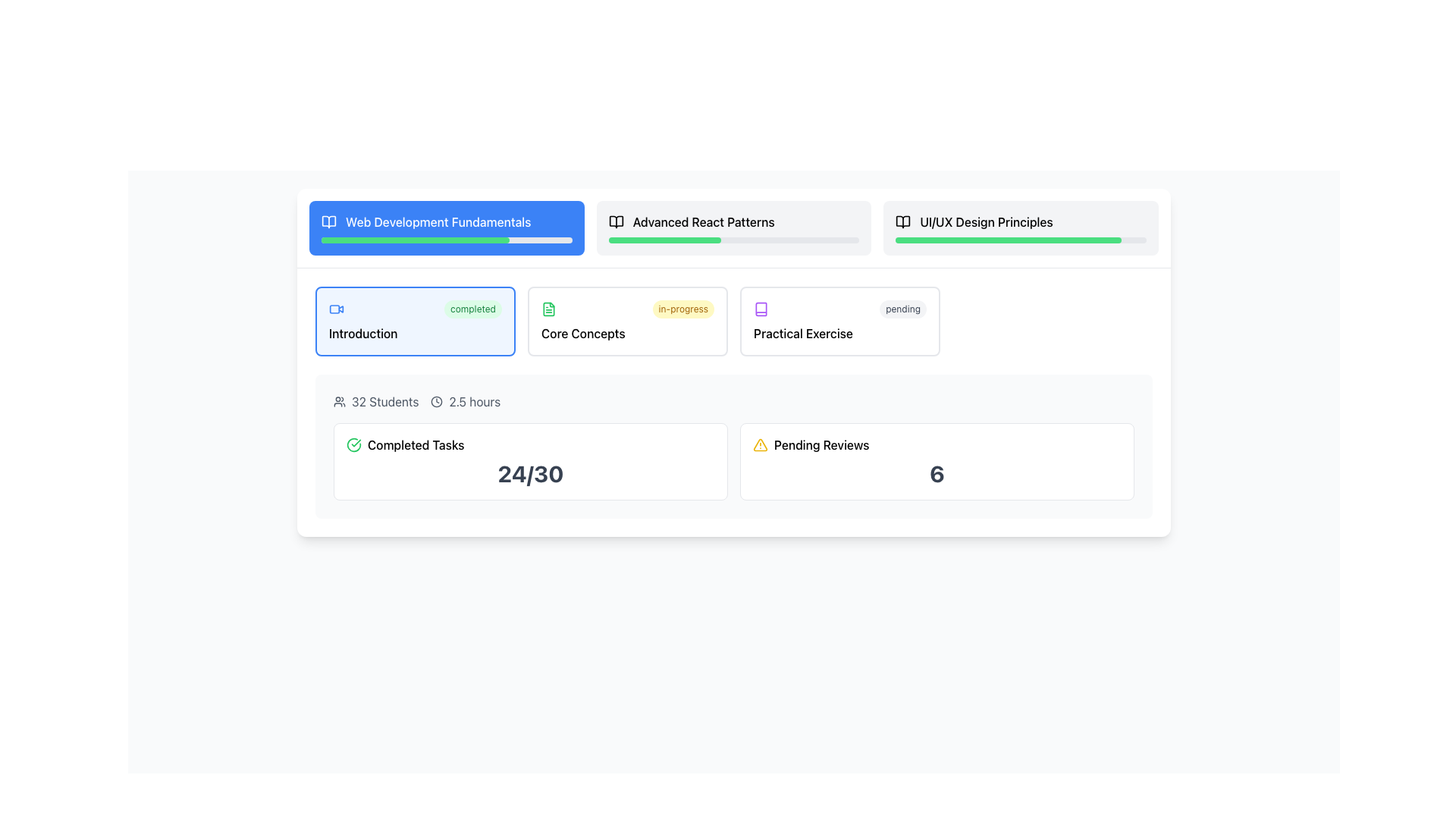  I want to click on the Progress Bar indicating the completion status of tasks related to 'UI/UX Design Principles' located at the top-right corner of the card, so click(1009, 239).